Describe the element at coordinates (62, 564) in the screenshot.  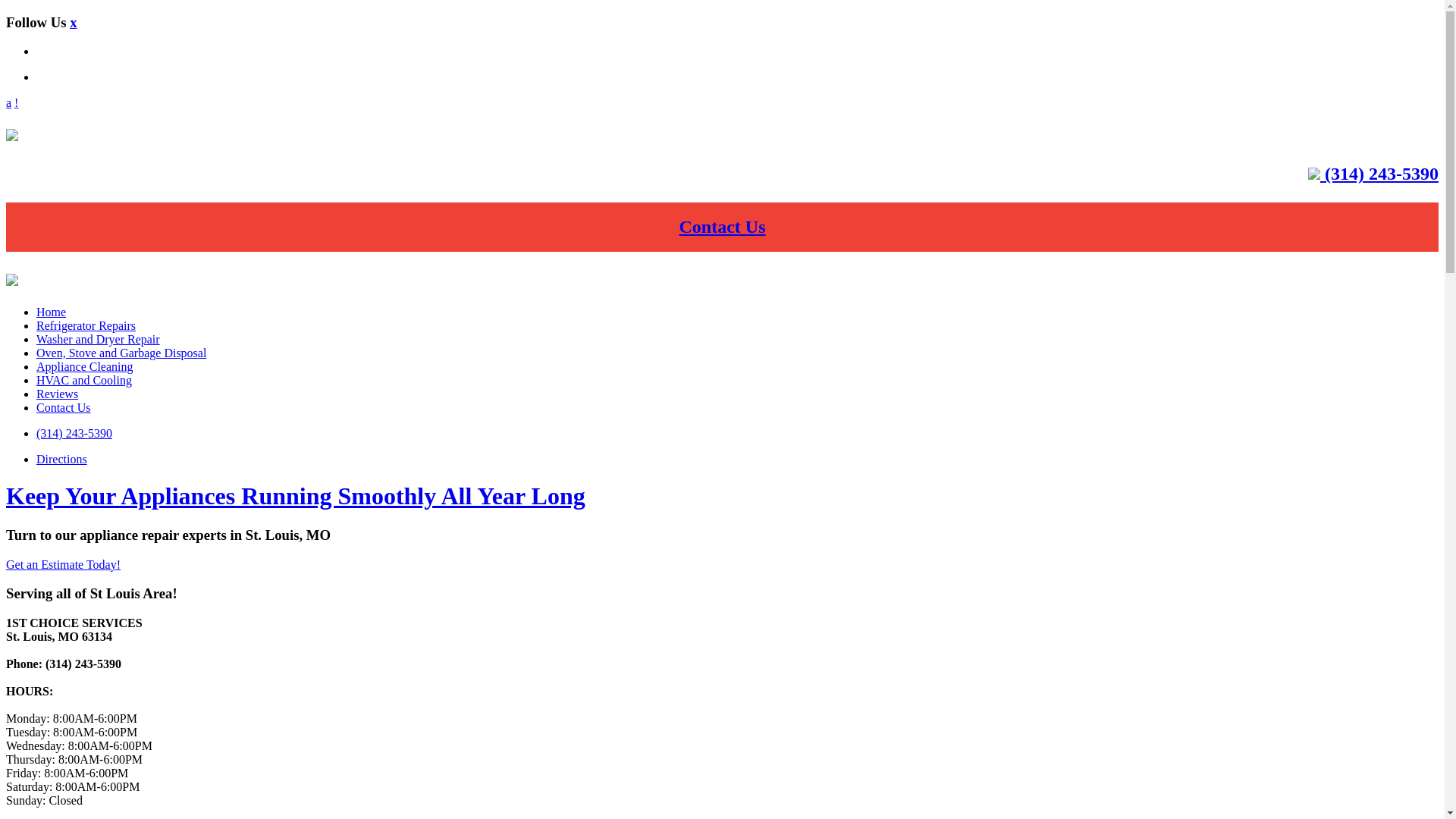
I see `'Get an Estimate Today!'` at that location.